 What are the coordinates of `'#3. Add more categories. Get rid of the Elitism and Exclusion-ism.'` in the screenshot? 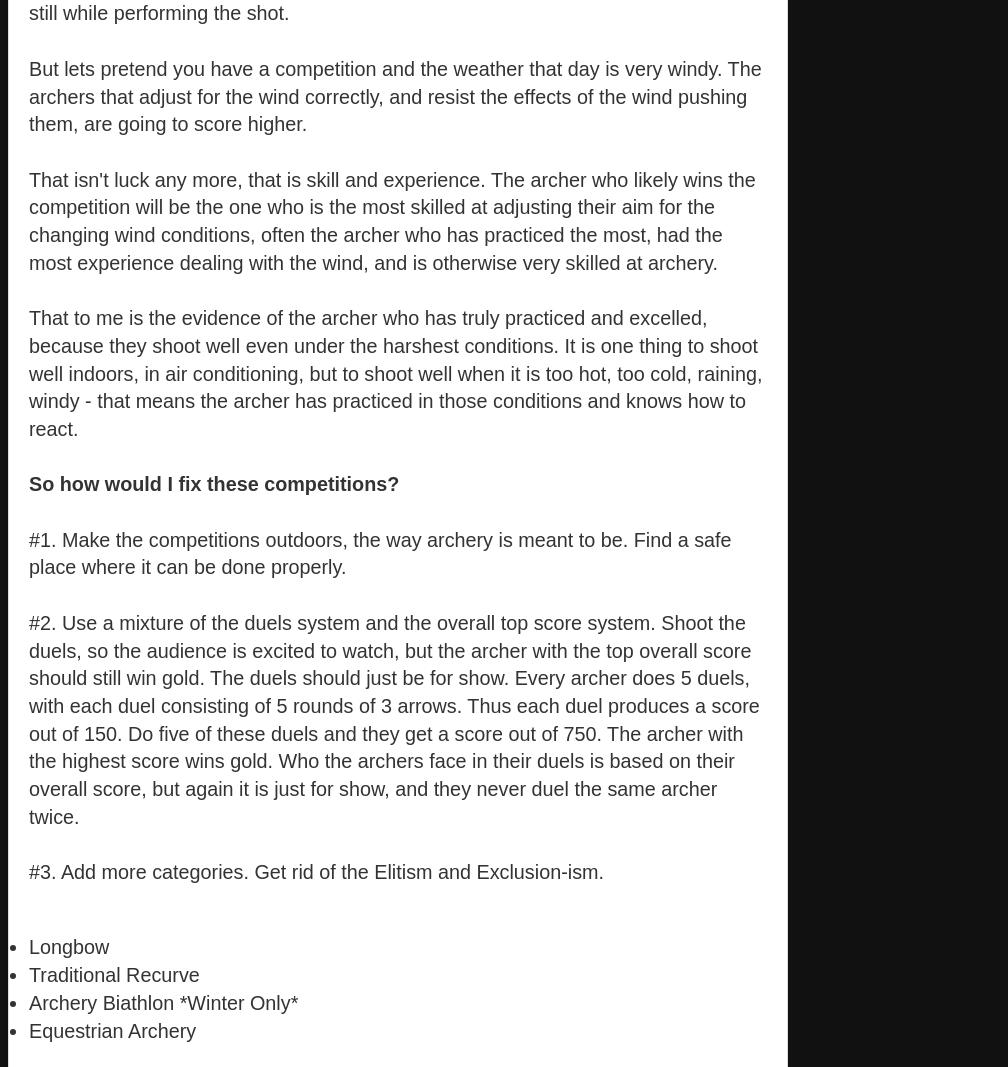 It's located at (316, 870).